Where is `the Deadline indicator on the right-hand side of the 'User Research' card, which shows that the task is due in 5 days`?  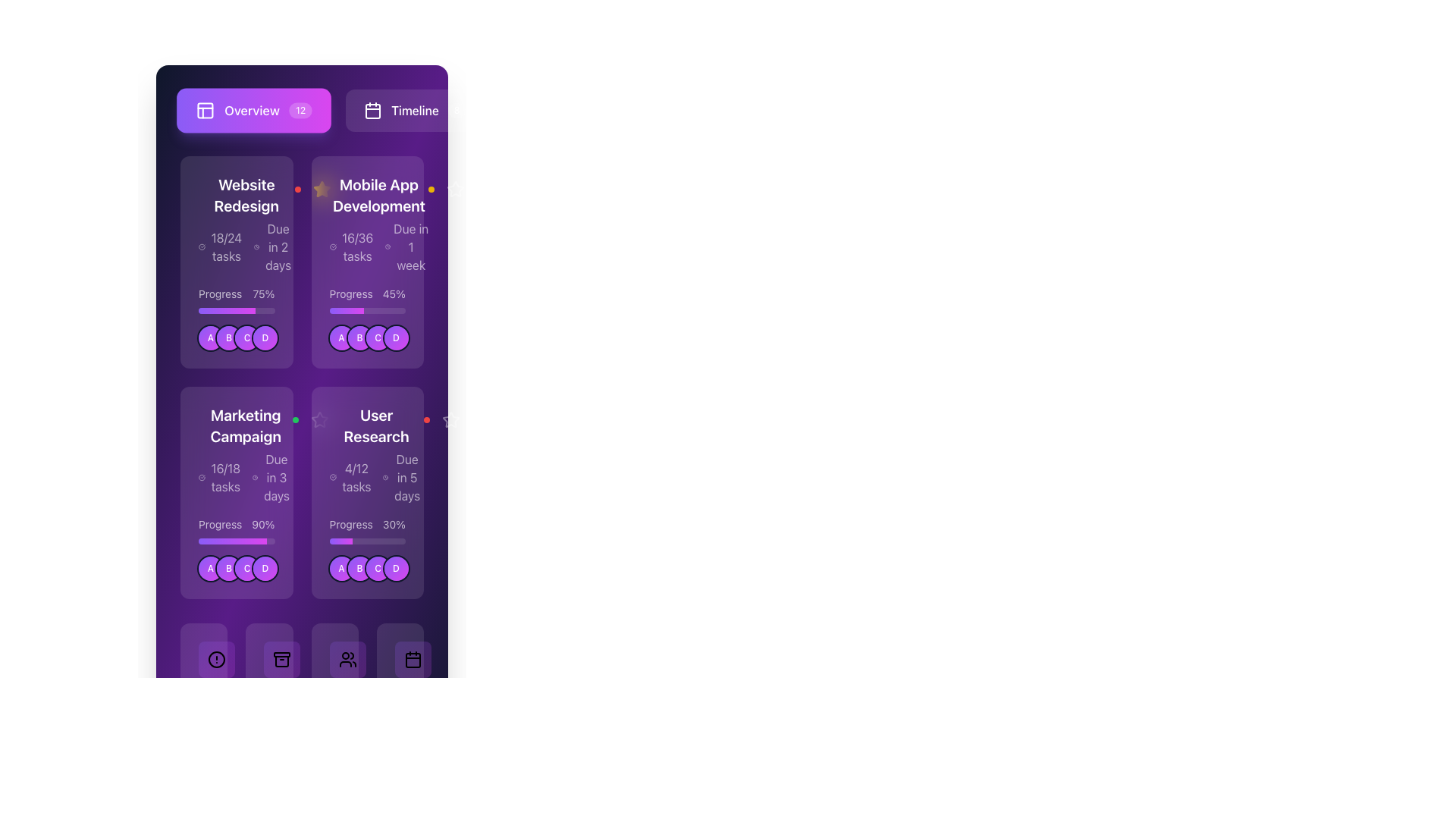 the Deadline indicator on the right-hand side of the 'User Research' card, which shows that the task is due in 5 days is located at coordinates (403, 476).